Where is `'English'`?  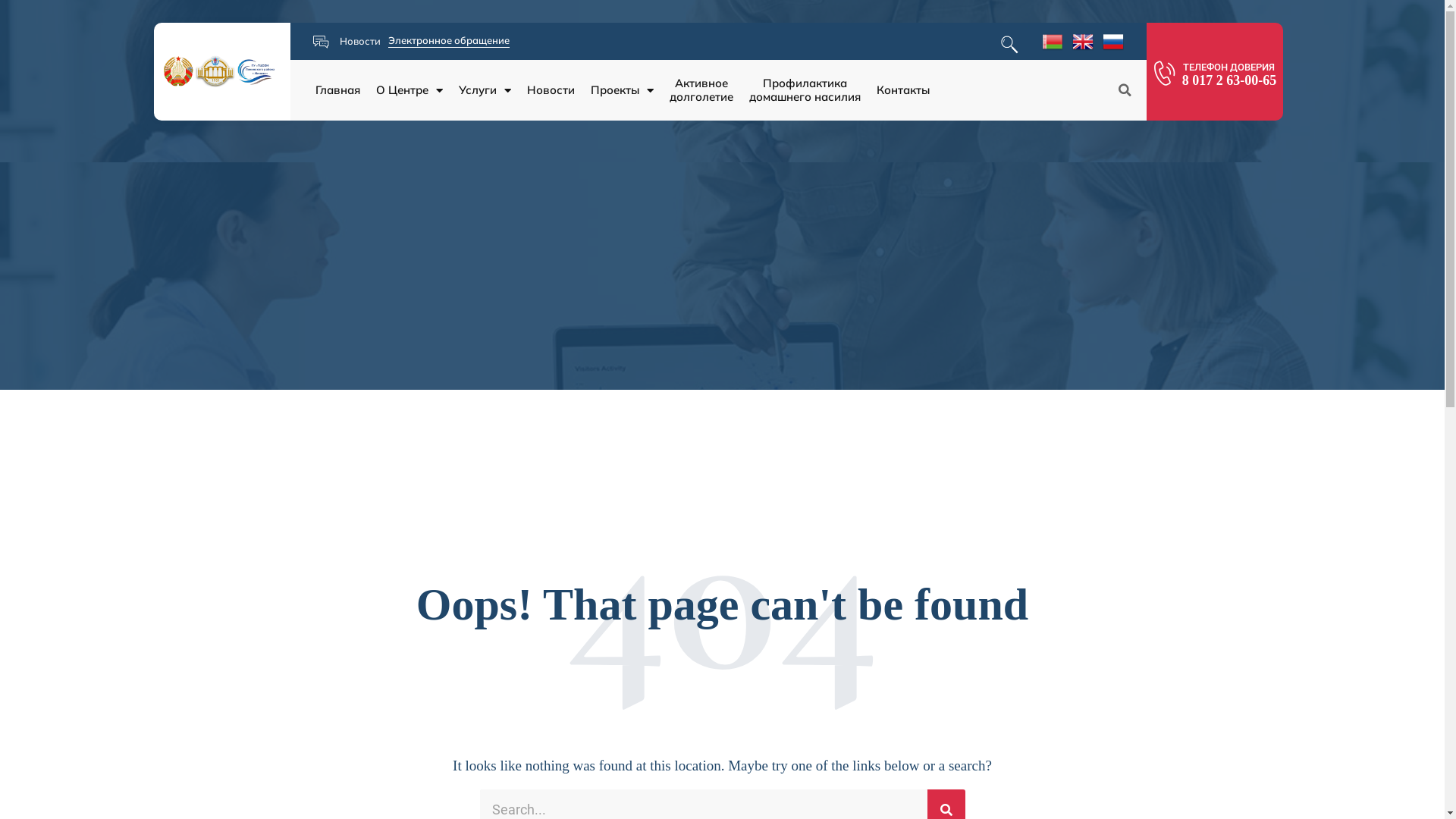 'English' is located at coordinates (1082, 39).